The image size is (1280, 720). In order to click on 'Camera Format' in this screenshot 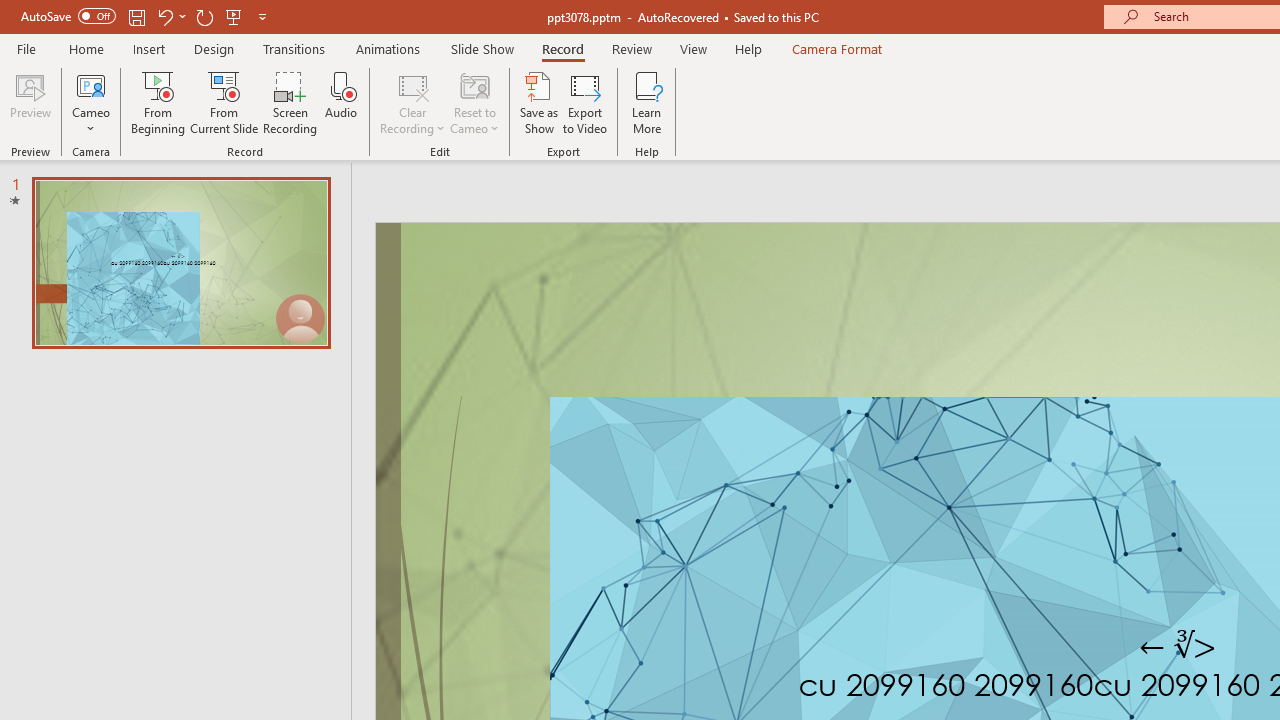, I will do `click(837, 48)`.